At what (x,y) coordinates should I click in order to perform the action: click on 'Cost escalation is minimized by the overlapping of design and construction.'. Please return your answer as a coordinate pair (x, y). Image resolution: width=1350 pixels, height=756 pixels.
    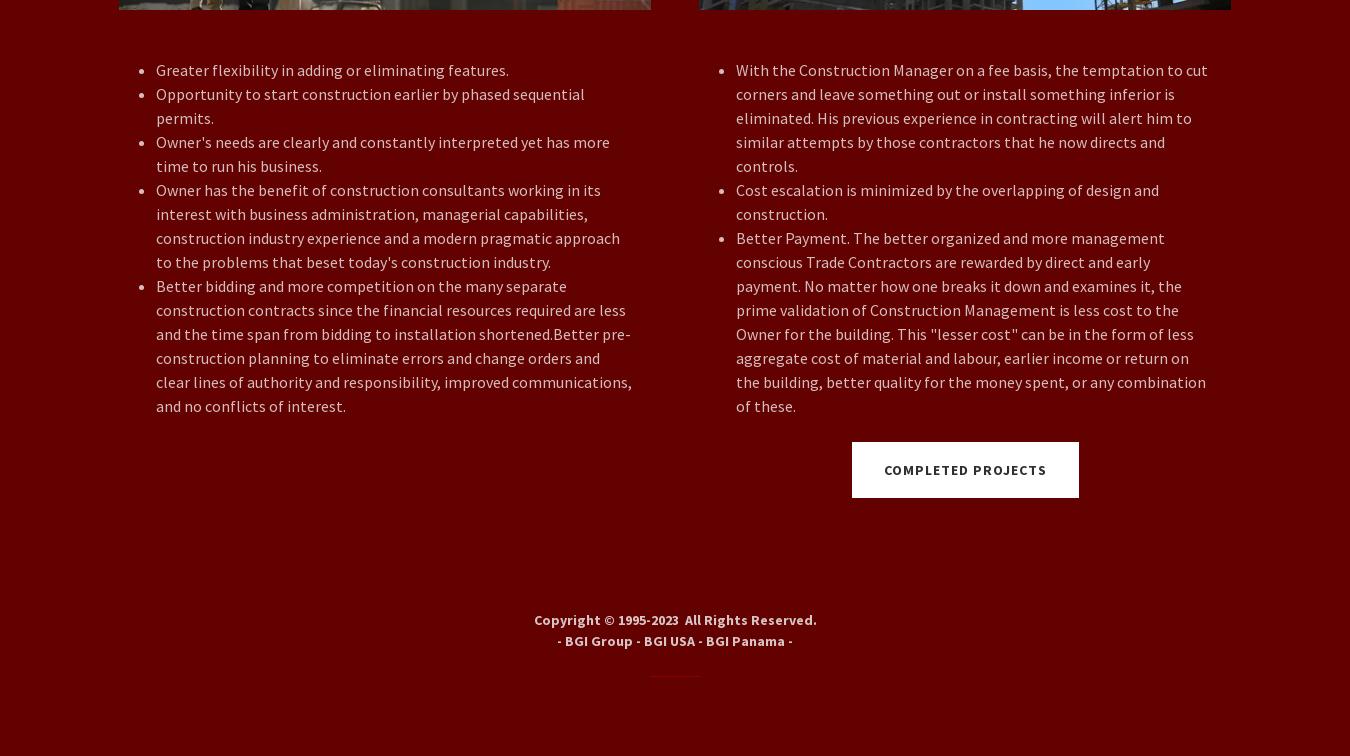
    Looking at the image, I should click on (945, 202).